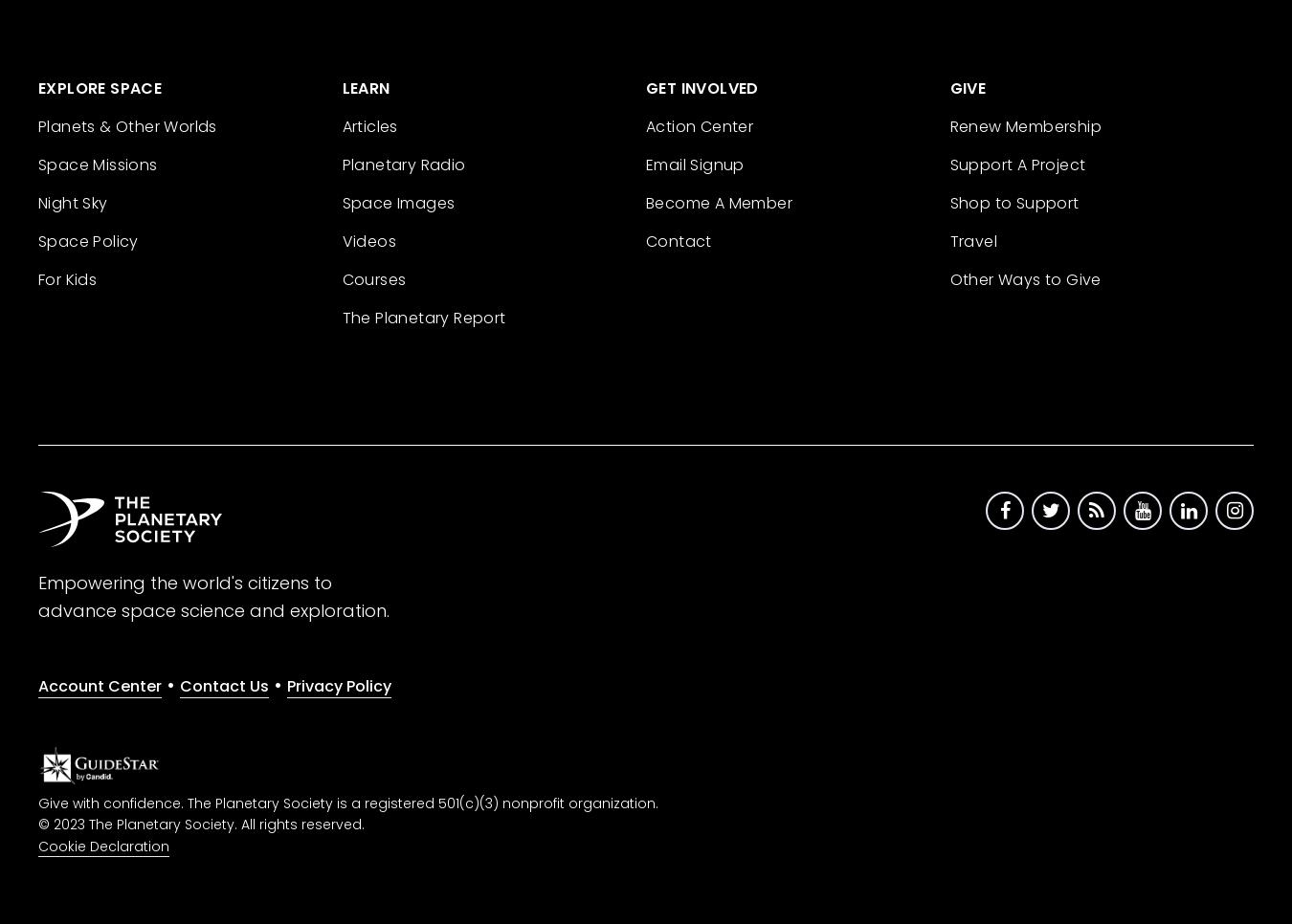 This screenshot has height=924, width=1292. Describe the element at coordinates (368, 240) in the screenshot. I see `'Videos'` at that location.